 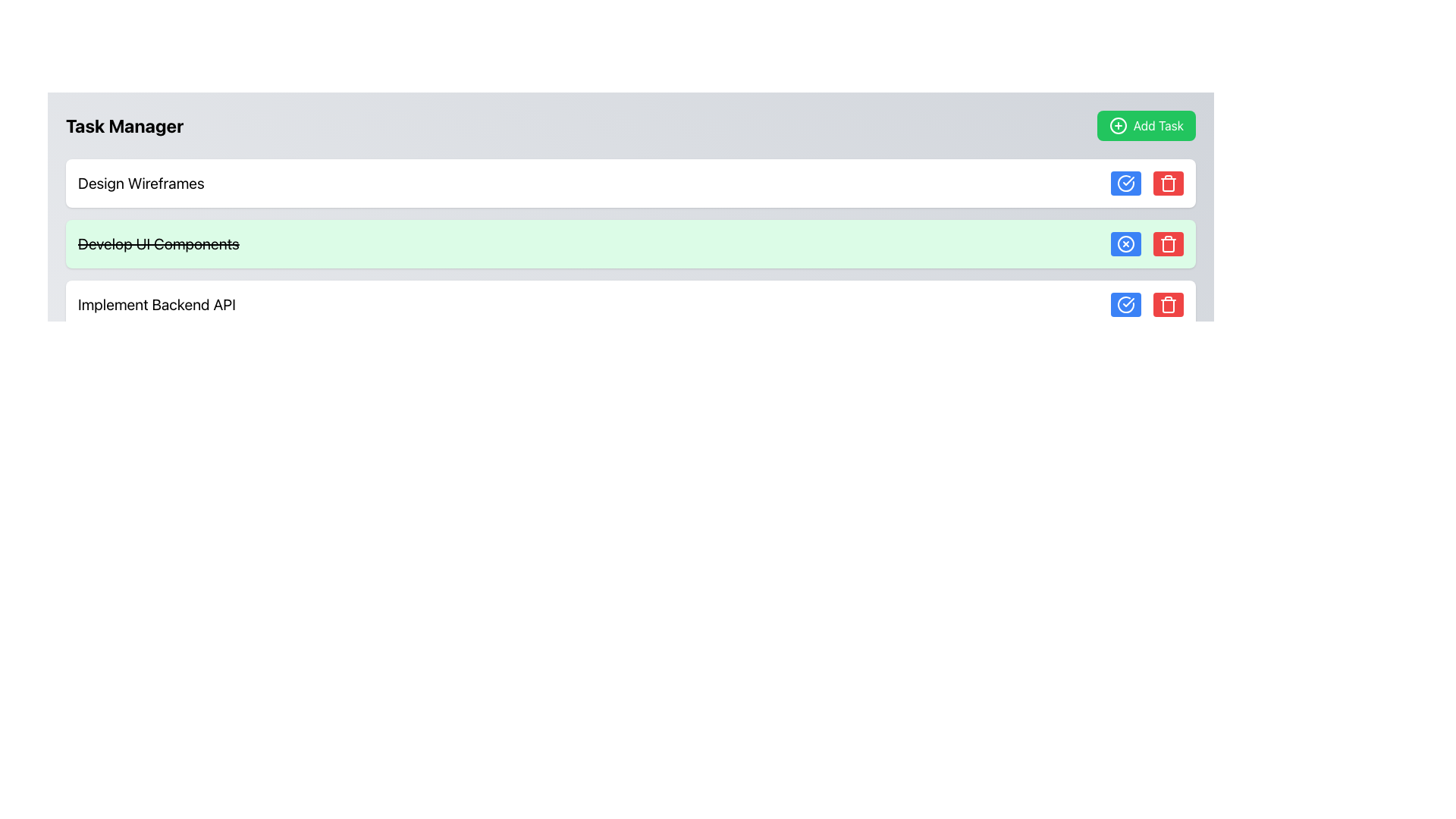 What do you see at coordinates (1125, 304) in the screenshot?
I see `the circular confirmation icon with a blue background and white checkmark, located to the right of 'Develop UI Components'` at bounding box center [1125, 304].